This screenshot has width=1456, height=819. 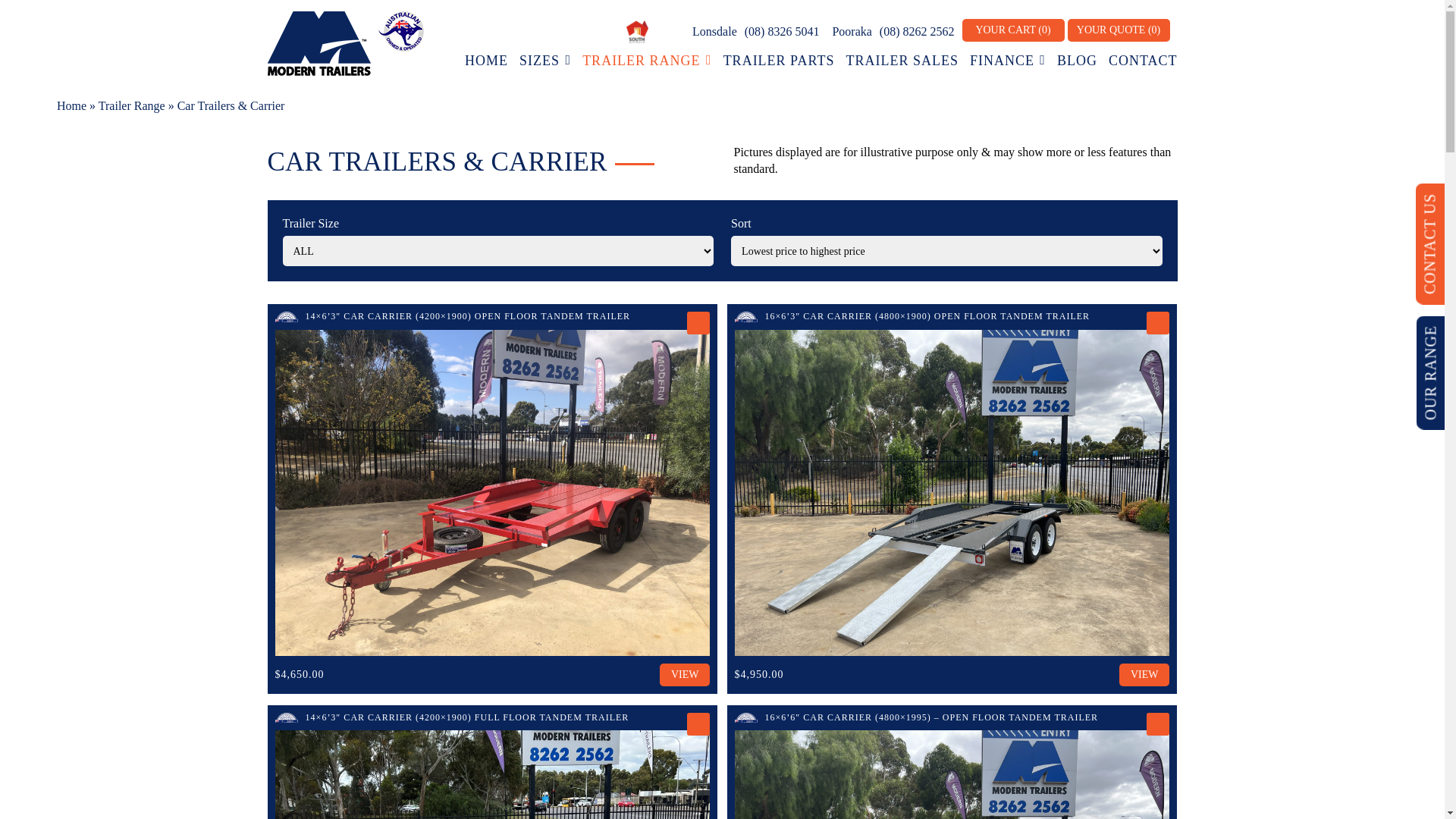 I want to click on 'YOUR CART (0)', so click(x=1012, y=30).